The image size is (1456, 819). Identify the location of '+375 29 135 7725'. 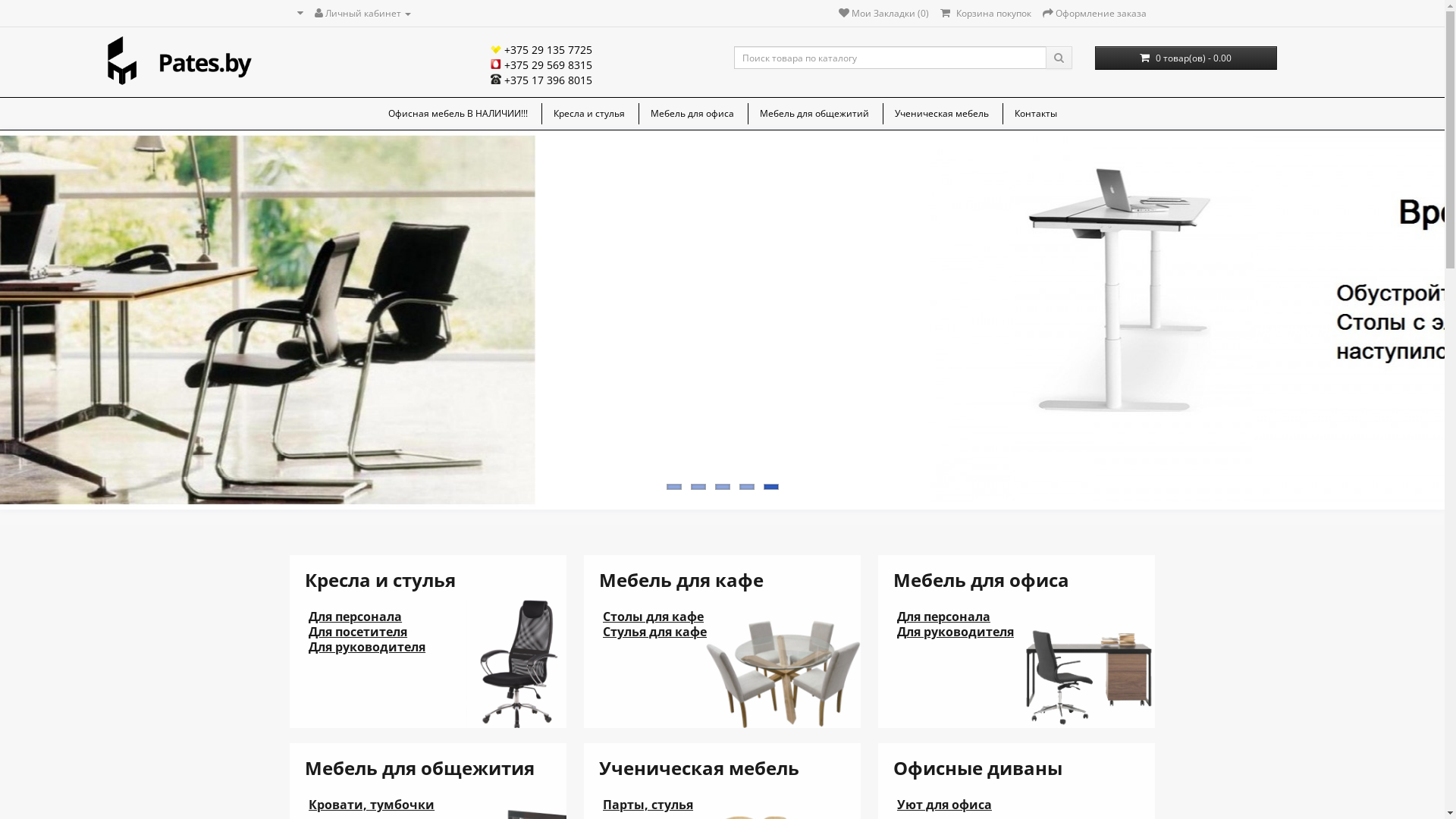
(541, 49).